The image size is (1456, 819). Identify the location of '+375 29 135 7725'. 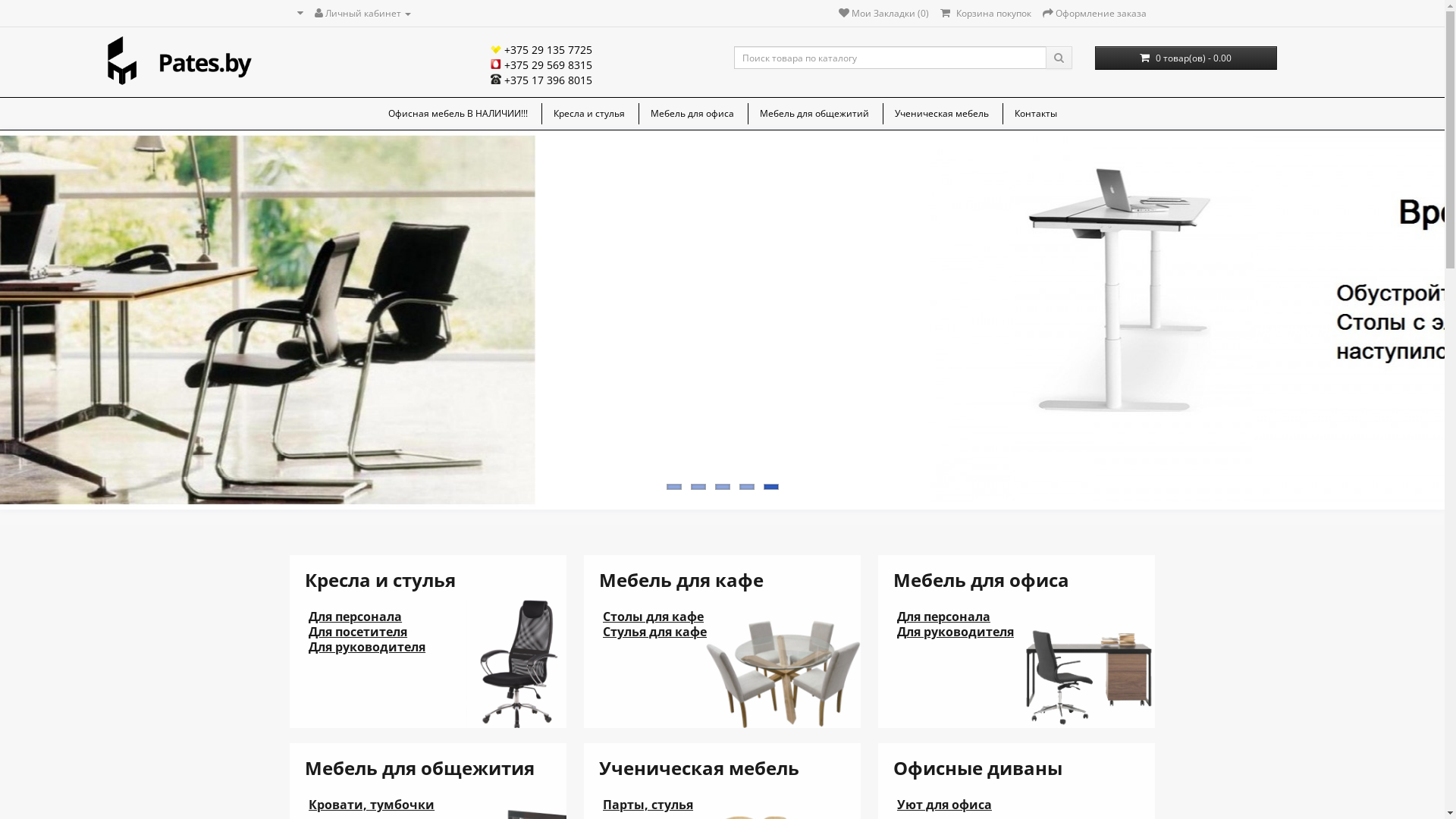
(541, 49).